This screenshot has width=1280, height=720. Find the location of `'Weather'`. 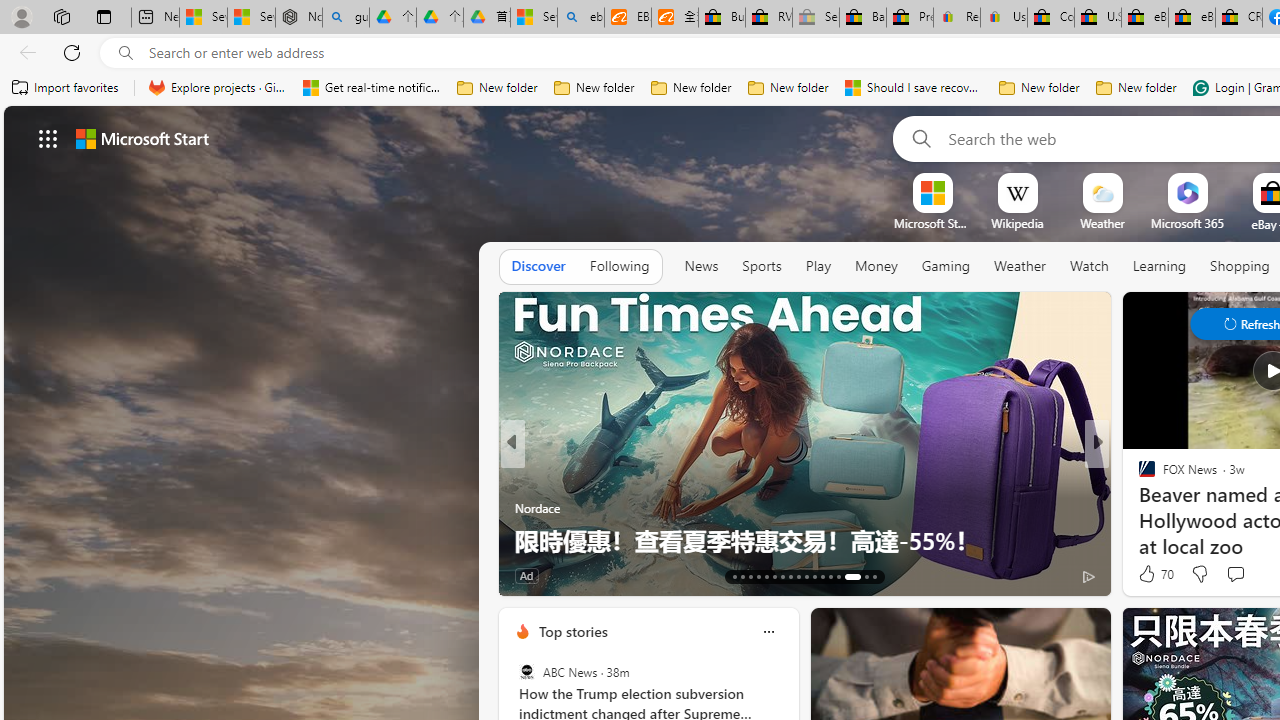

'Weather' is located at coordinates (1020, 265).